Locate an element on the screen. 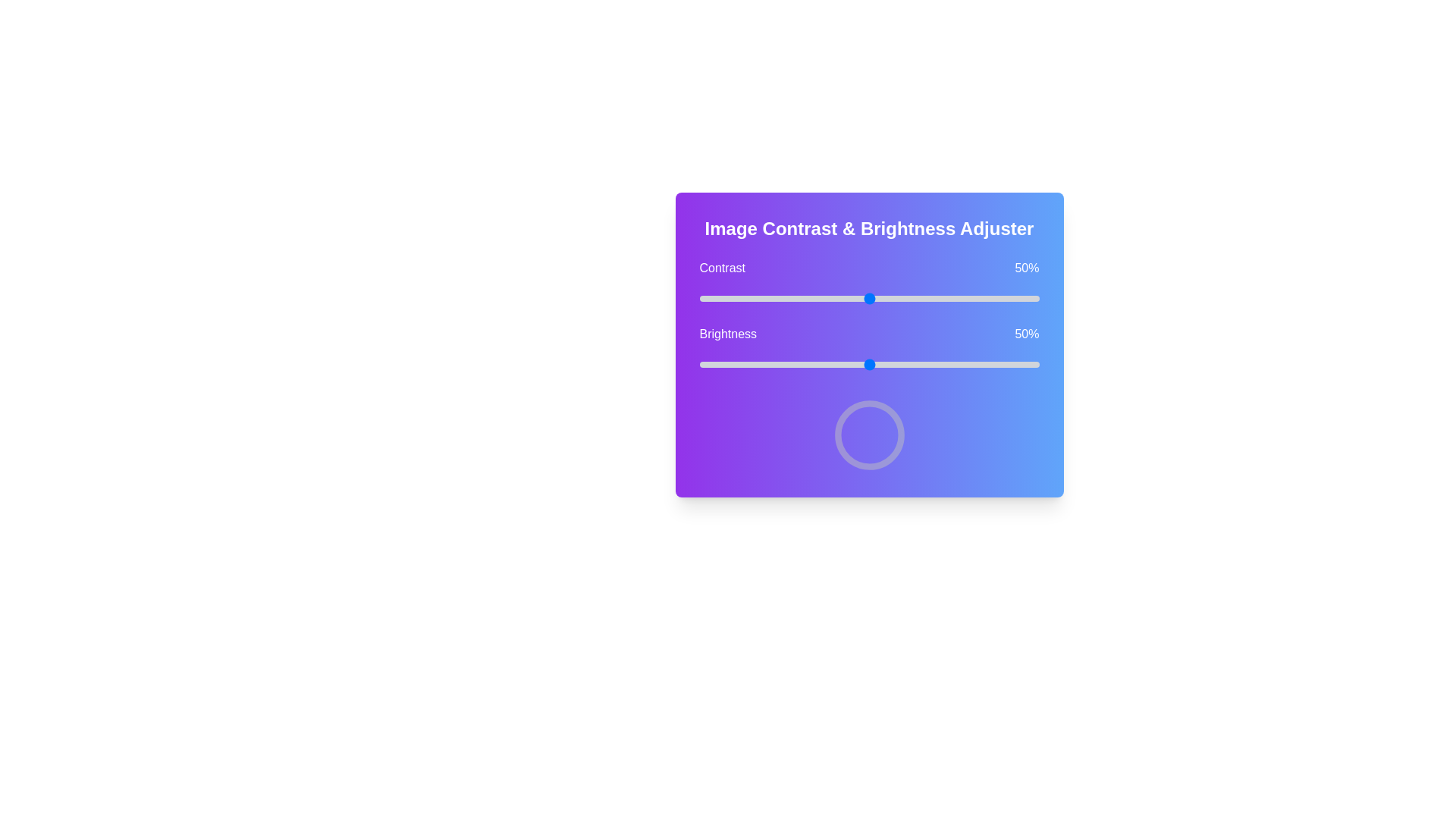 The image size is (1456, 819). the contrast to 93% using the slider is located at coordinates (1015, 298).